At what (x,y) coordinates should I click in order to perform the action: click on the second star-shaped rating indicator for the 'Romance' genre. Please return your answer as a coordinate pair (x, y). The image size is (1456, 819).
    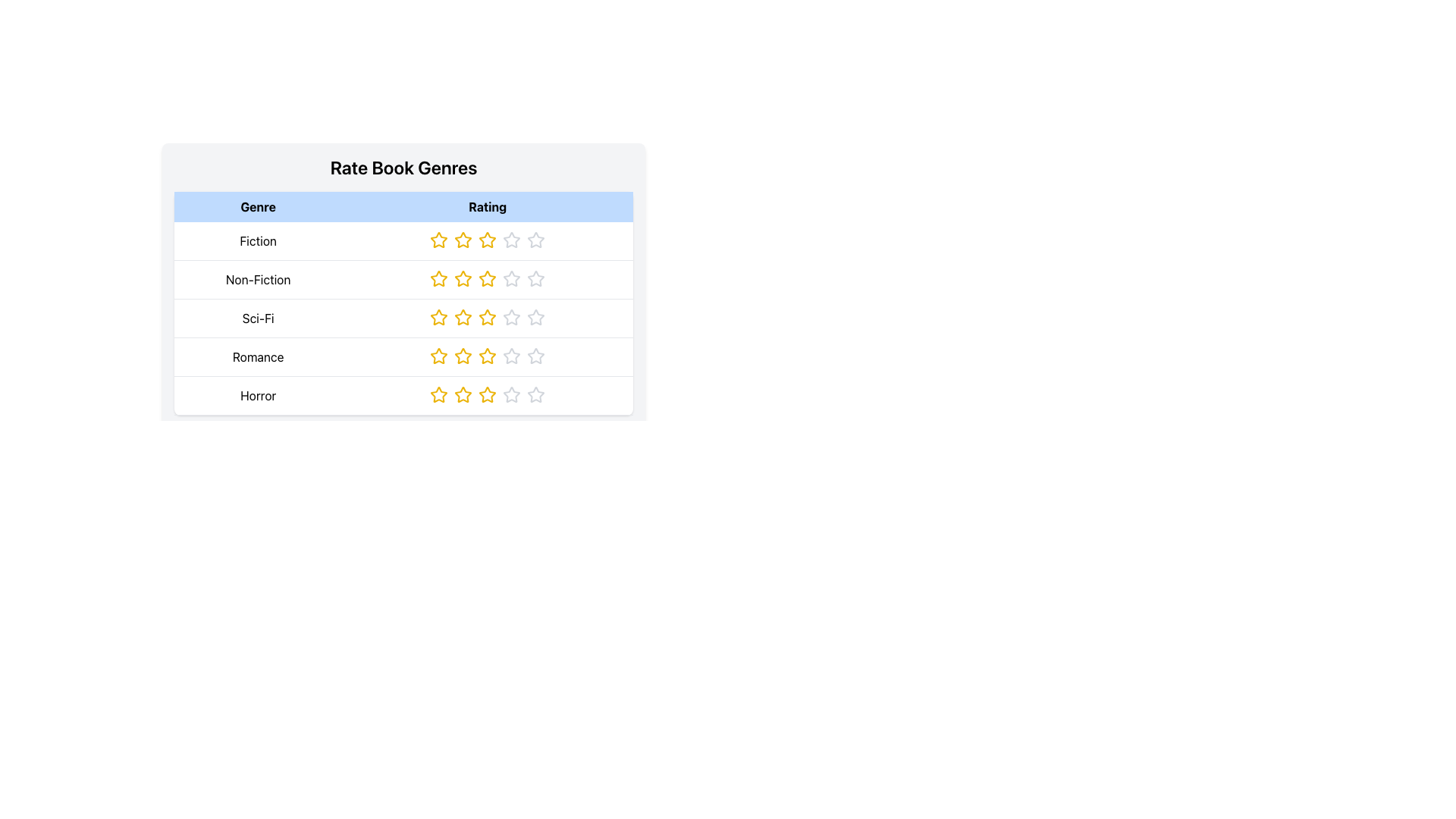
    Looking at the image, I should click on (463, 356).